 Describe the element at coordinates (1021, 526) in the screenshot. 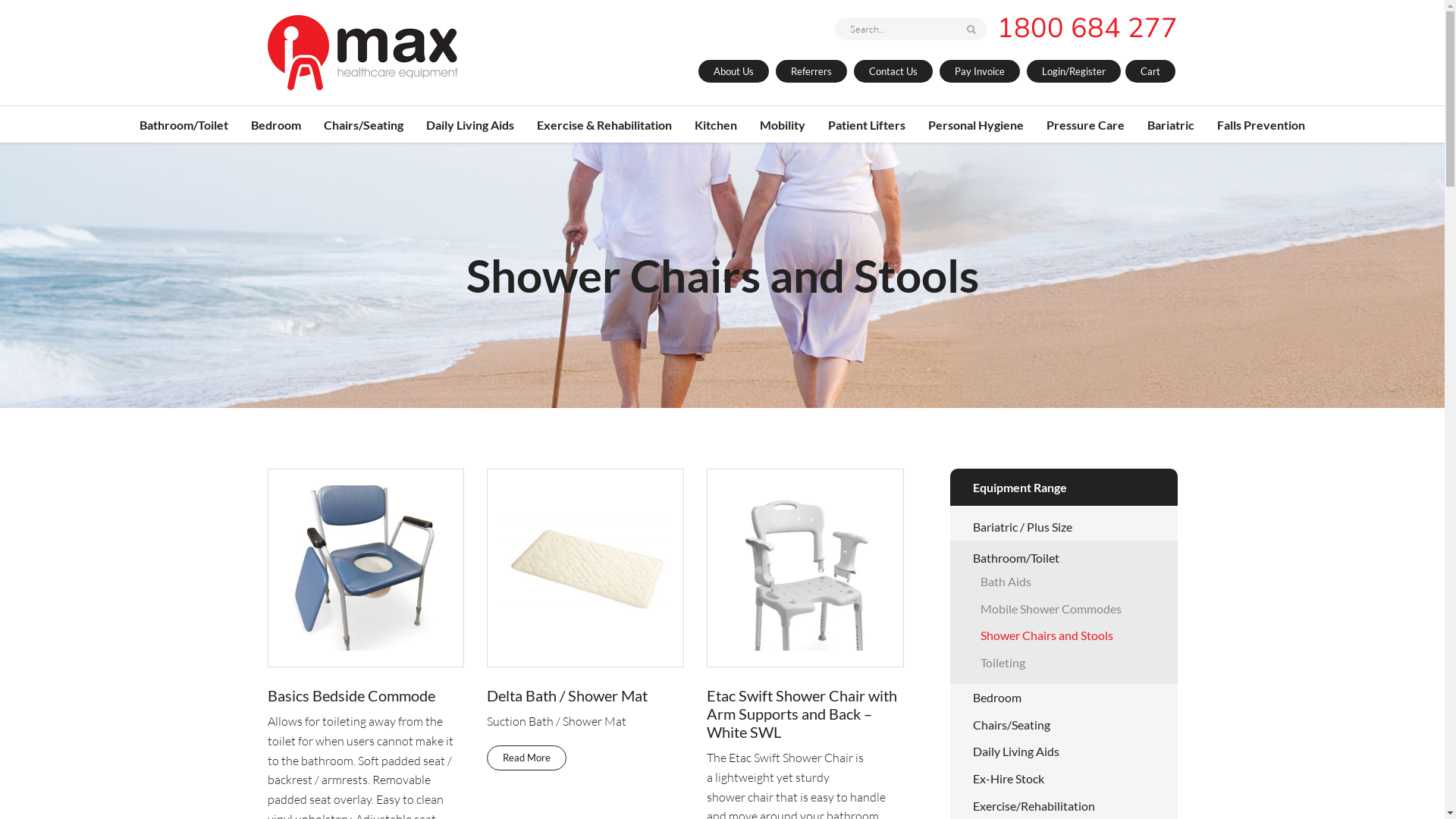

I see `'Bariatric / Plus Size'` at that location.